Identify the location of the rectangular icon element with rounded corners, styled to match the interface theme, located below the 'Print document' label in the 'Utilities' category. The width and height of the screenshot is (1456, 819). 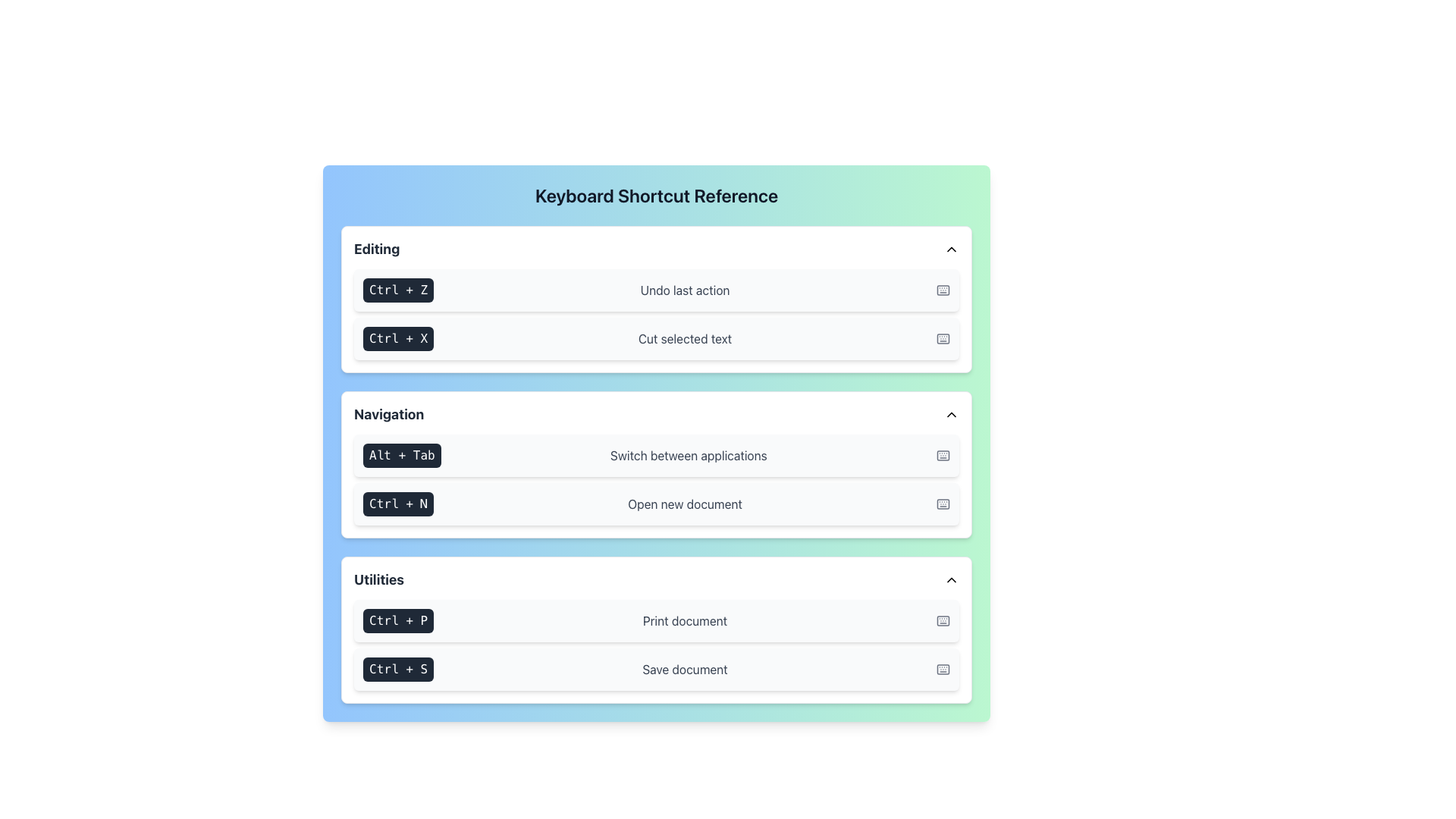
(942, 620).